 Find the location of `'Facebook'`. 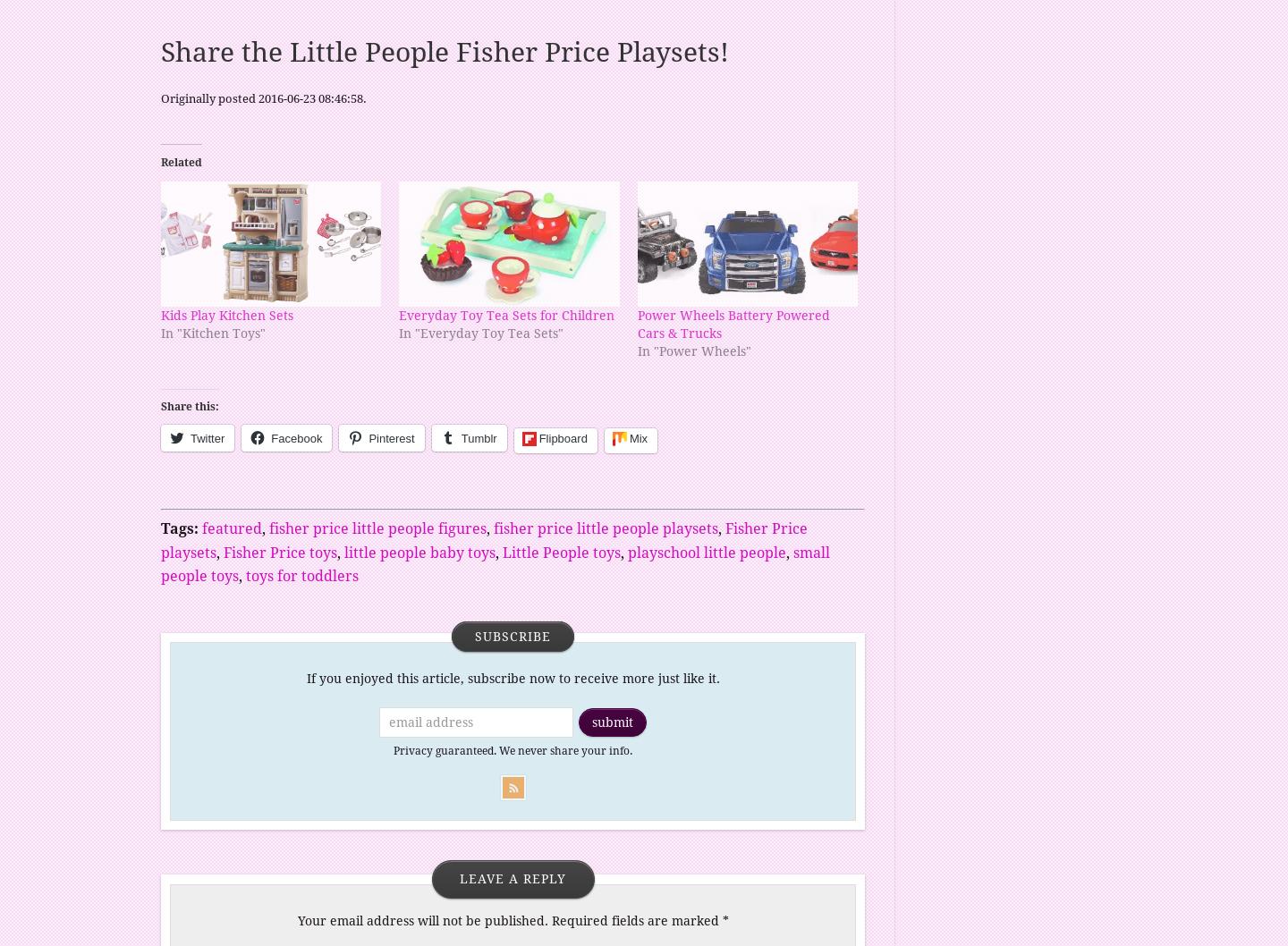

'Facebook' is located at coordinates (270, 436).